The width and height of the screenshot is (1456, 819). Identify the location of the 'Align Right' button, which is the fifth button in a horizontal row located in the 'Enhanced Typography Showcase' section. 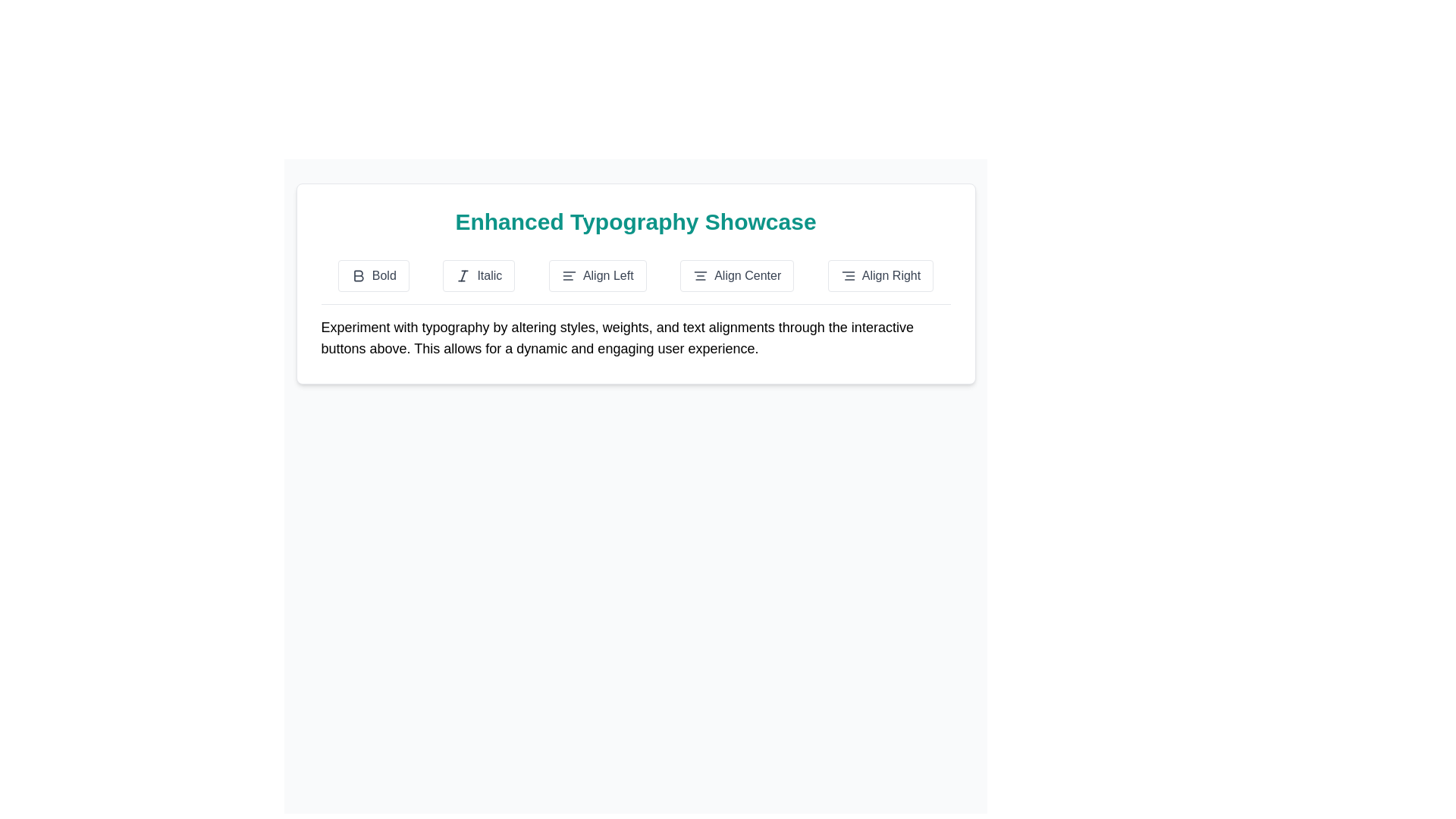
(880, 275).